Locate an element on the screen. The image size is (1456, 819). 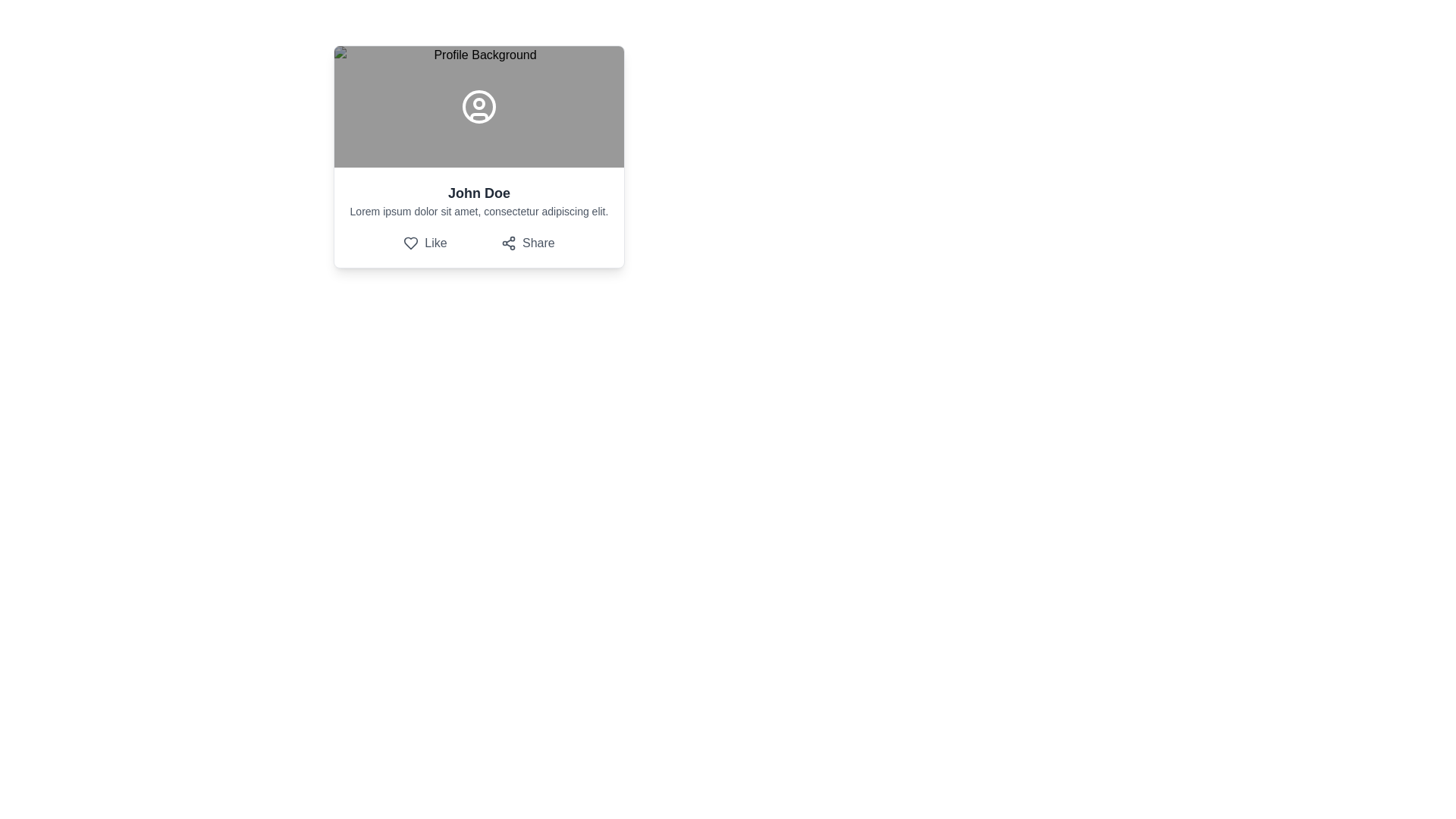
the 'Share' button, which is the second button in a horizontal set of buttons at the bottom of a card component is located at coordinates (528, 242).